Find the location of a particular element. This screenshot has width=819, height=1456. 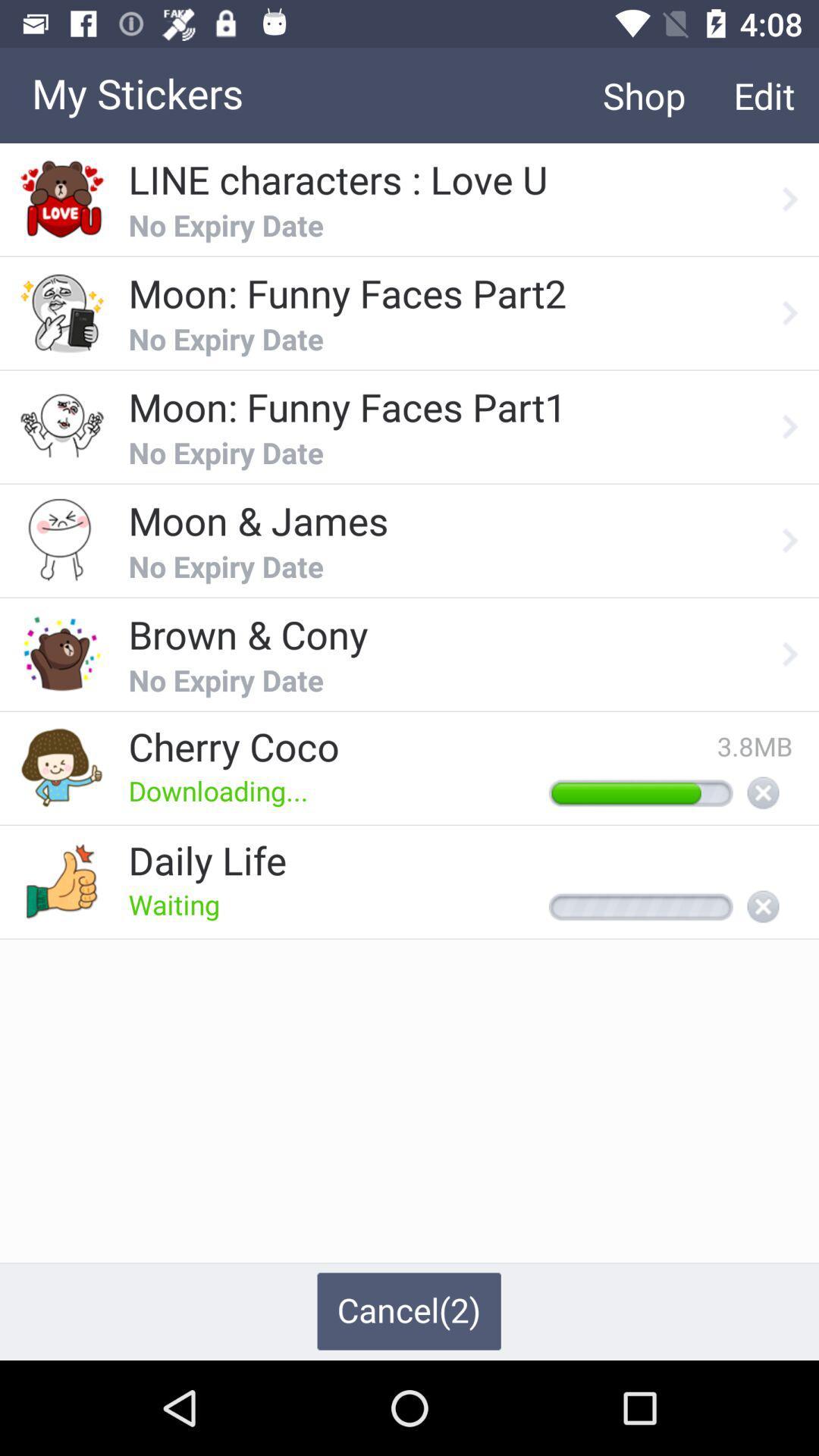

the app below waiting icon is located at coordinates (408, 1310).